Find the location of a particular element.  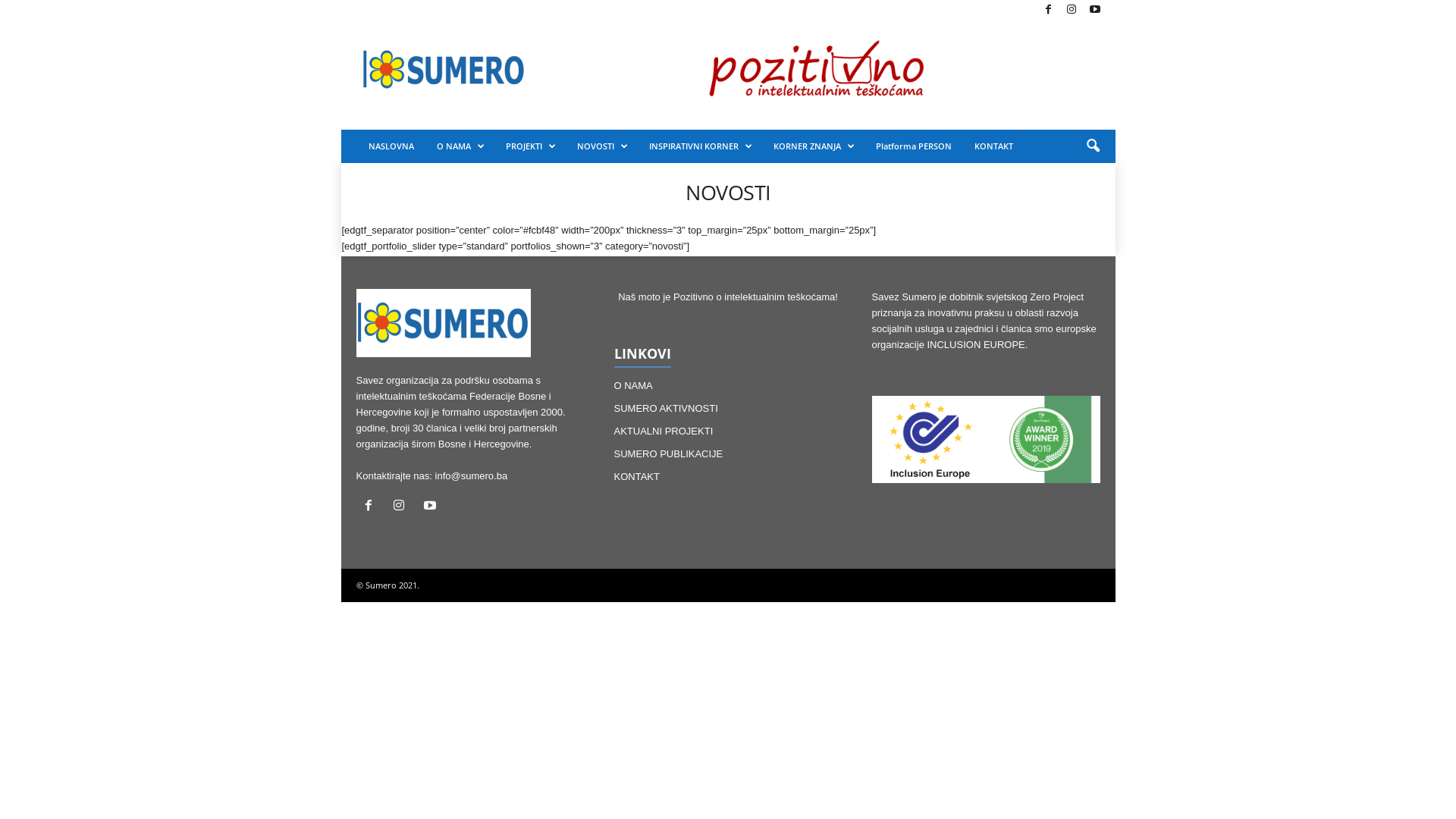

'Savez Sumero' is located at coordinates (443, 70).